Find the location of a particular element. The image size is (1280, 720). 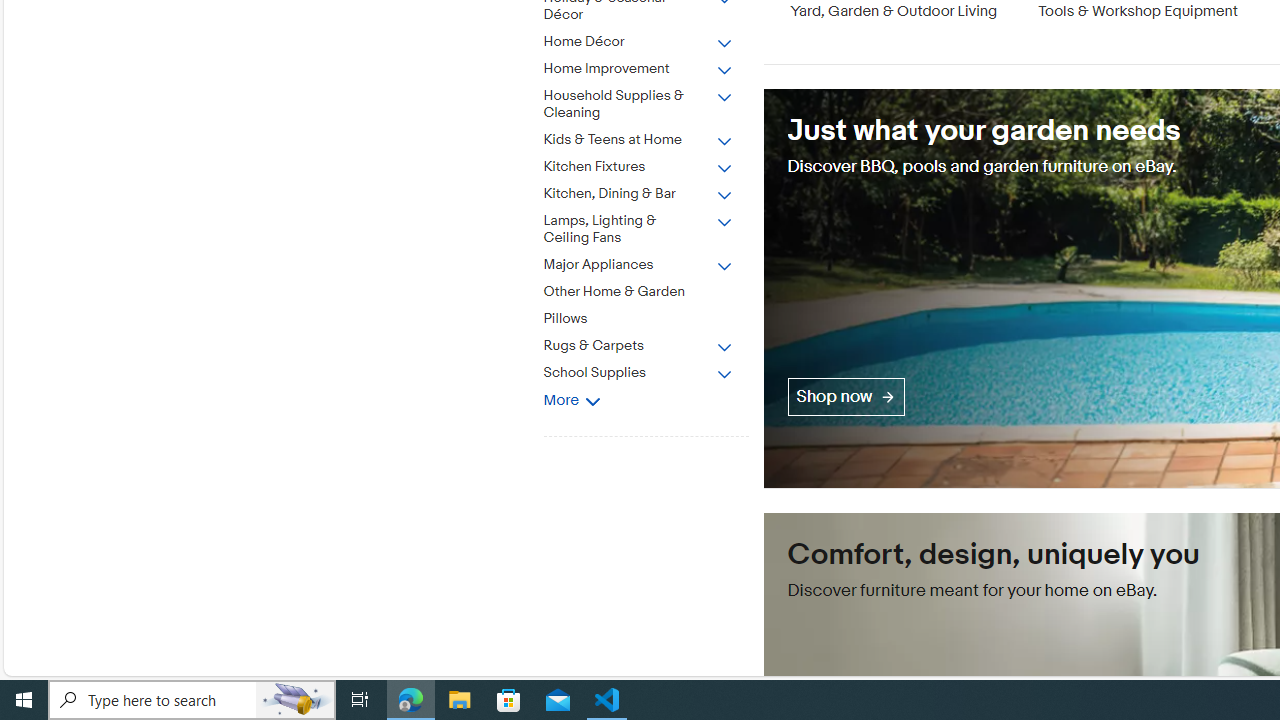

'Rugs & Carpets' is located at coordinates (653, 341).